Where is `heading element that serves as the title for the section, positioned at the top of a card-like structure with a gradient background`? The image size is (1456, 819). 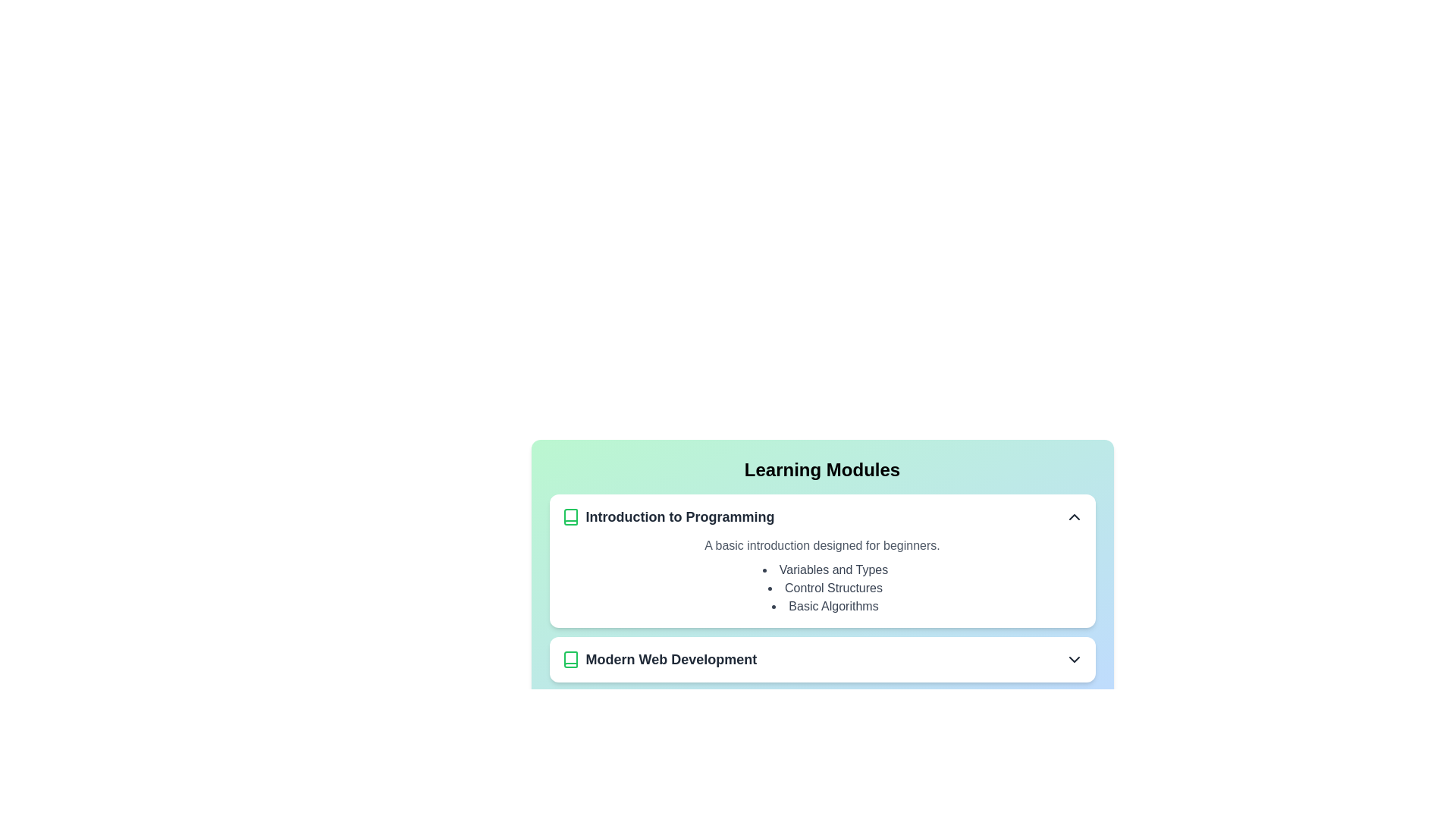
heading element that serves as the title for the section, positioned at the top of a card-like structure with a gradient background is located at coordinates (821, 469).